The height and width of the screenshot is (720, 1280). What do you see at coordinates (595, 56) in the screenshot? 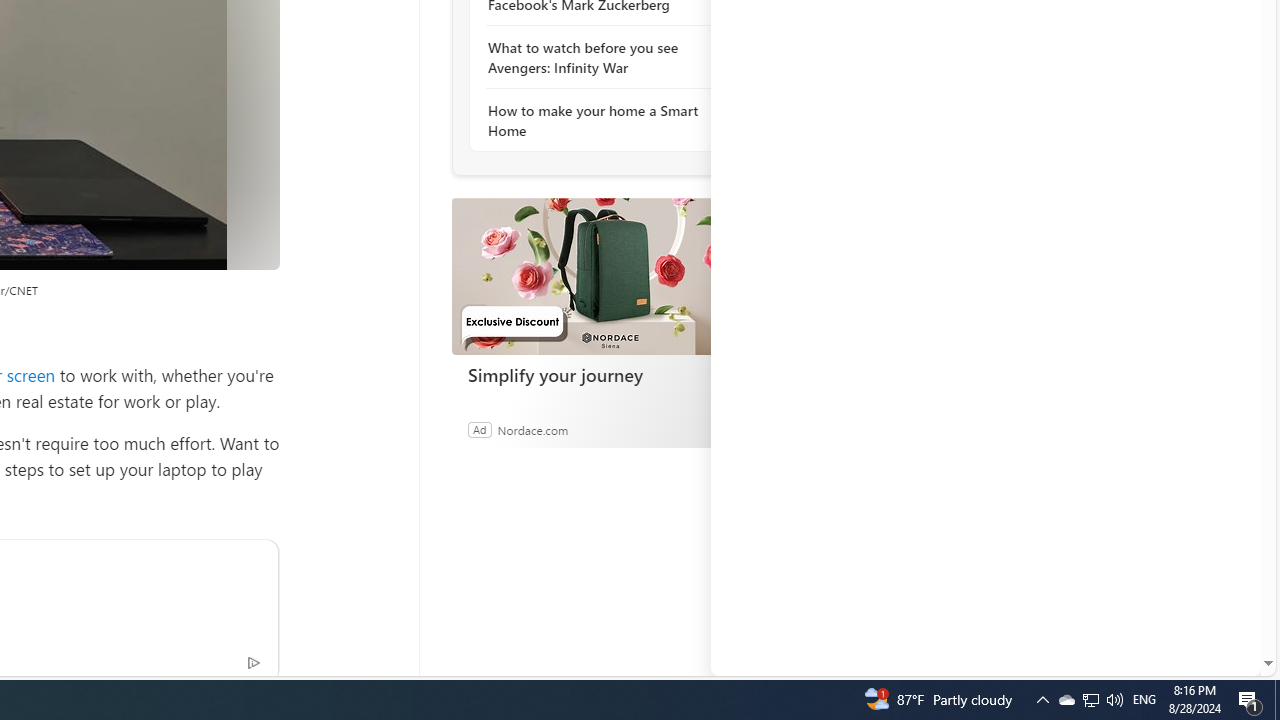
I see `'What to watch before you see Avengers: Infinity War'` at bounding box center [595, 56].